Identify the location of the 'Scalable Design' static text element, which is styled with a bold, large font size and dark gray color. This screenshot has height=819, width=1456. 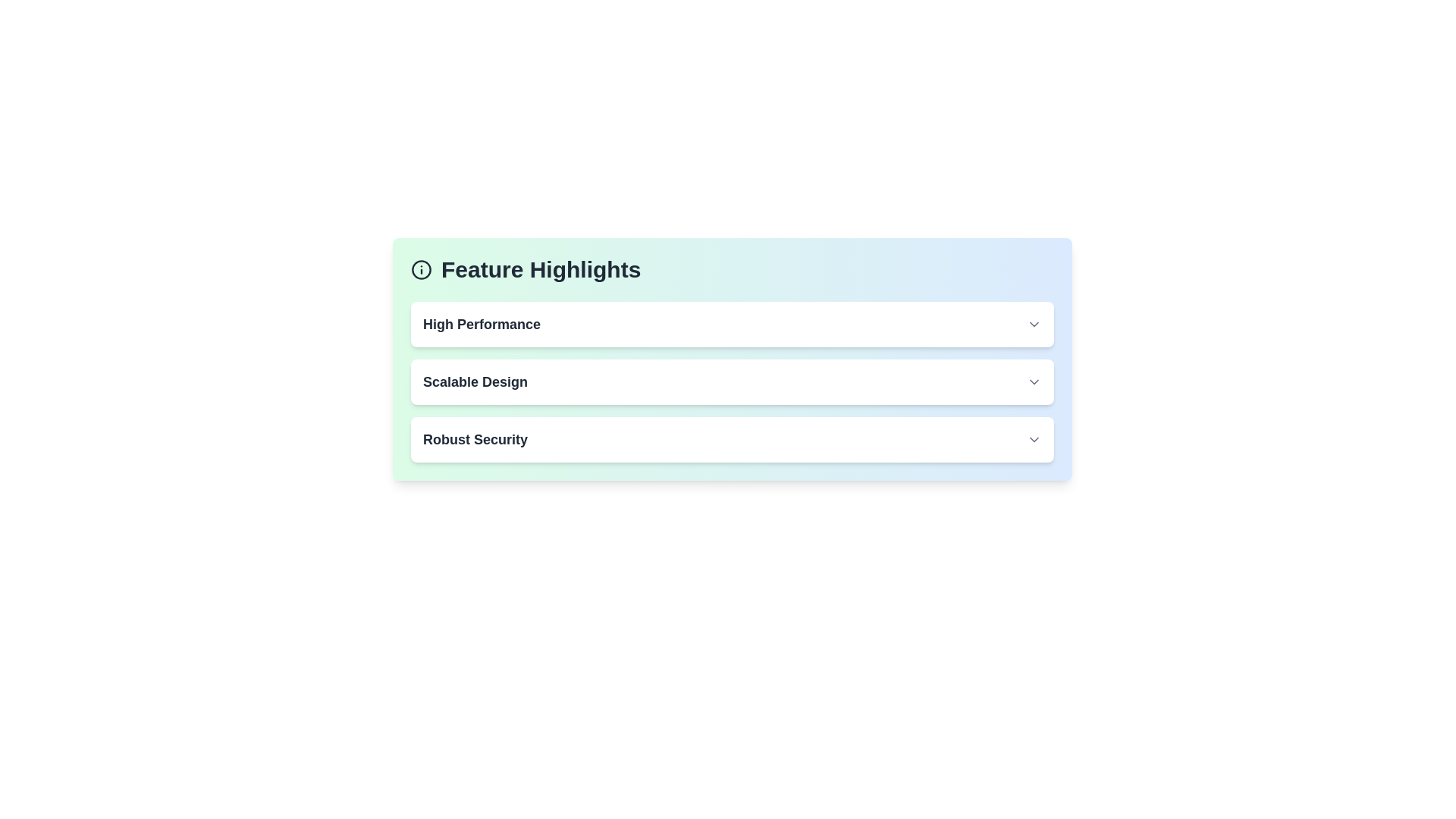
(475, 381).